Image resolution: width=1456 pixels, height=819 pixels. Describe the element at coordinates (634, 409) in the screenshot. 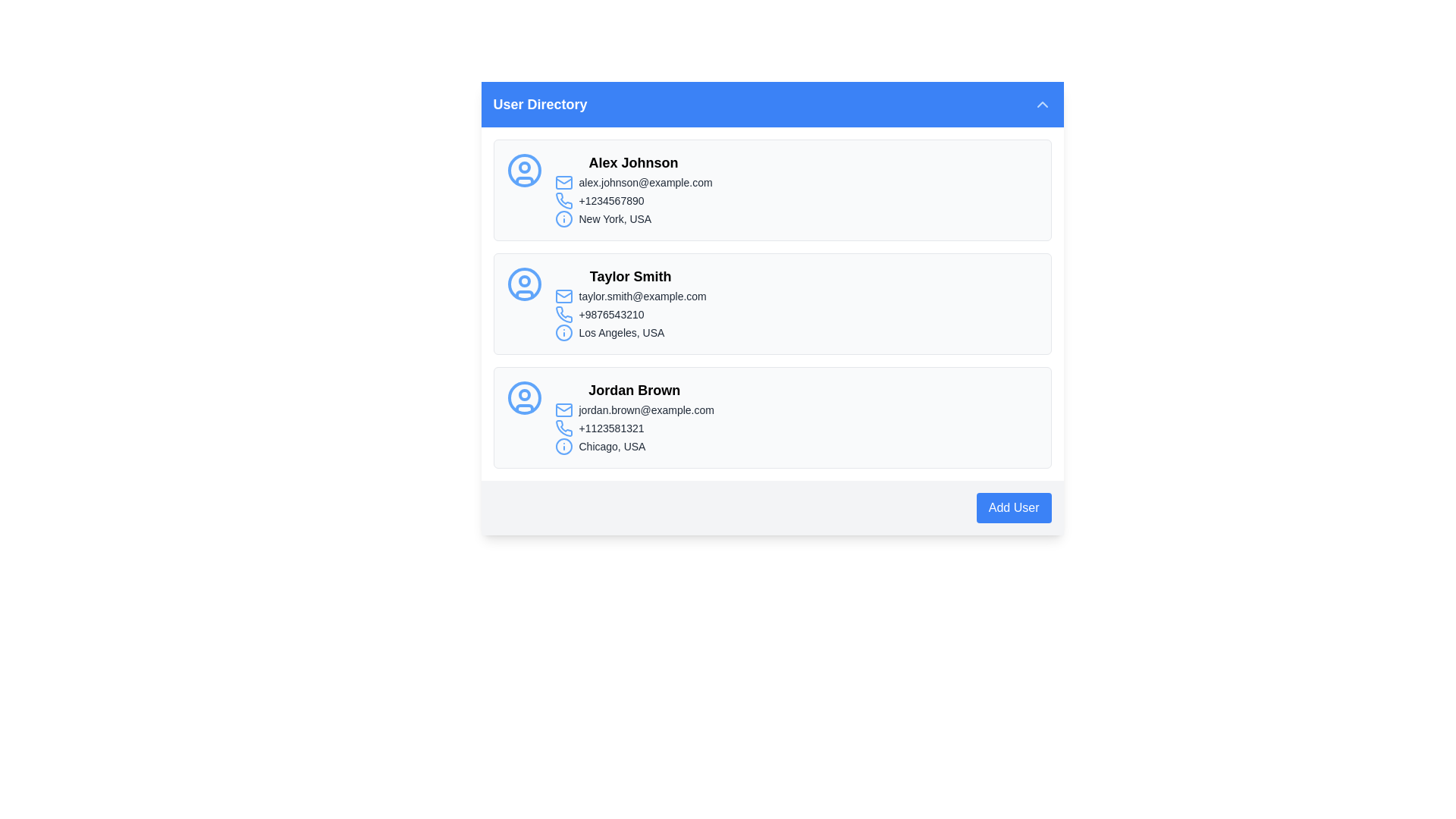

I see `text element displaying the email address 'jordan.brown@example.com' located in the third user's information card beneath the name 'Jordan Brown'` at that location.